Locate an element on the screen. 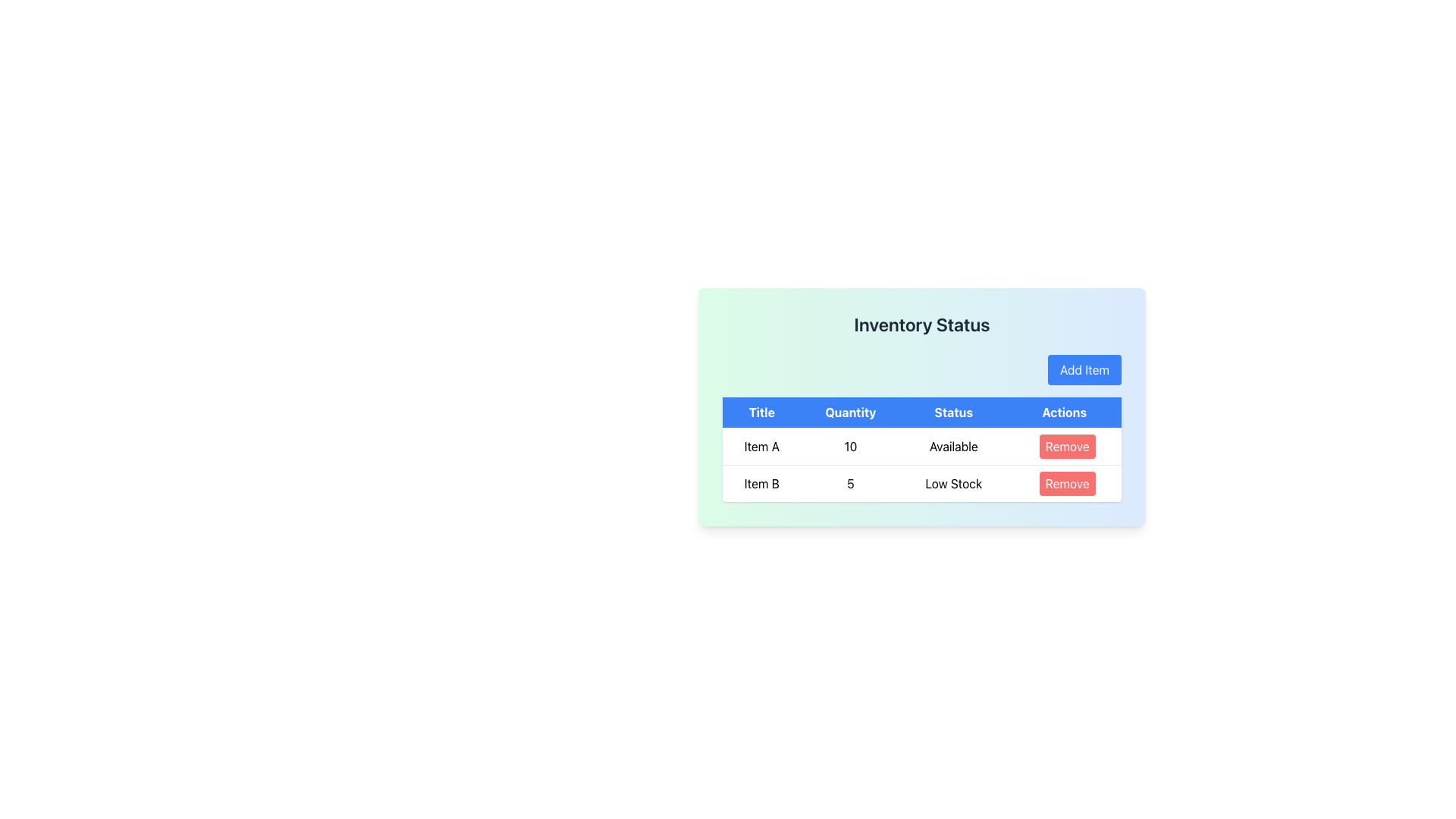  the text label labeled 'Item B' located in the second row of the table under the 'Title' column, which corresponds to the title for the second item in the inventory is located at coordinates (761, 483).